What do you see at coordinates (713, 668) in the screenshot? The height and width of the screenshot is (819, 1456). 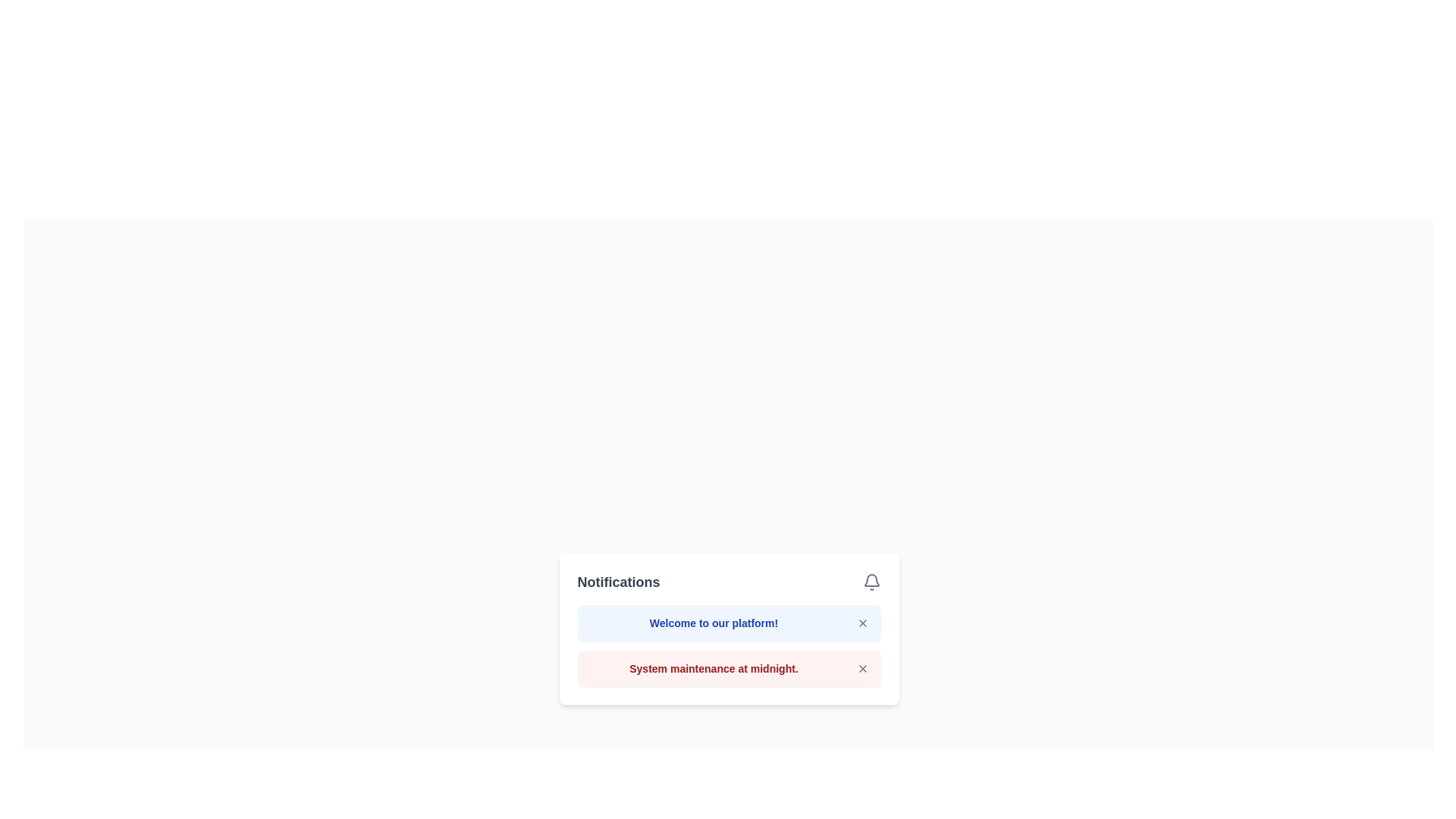 I see `text content of the notification message about scheduled system maintenance displayed in the middle of the notification box` at bounding box center [713, 668].